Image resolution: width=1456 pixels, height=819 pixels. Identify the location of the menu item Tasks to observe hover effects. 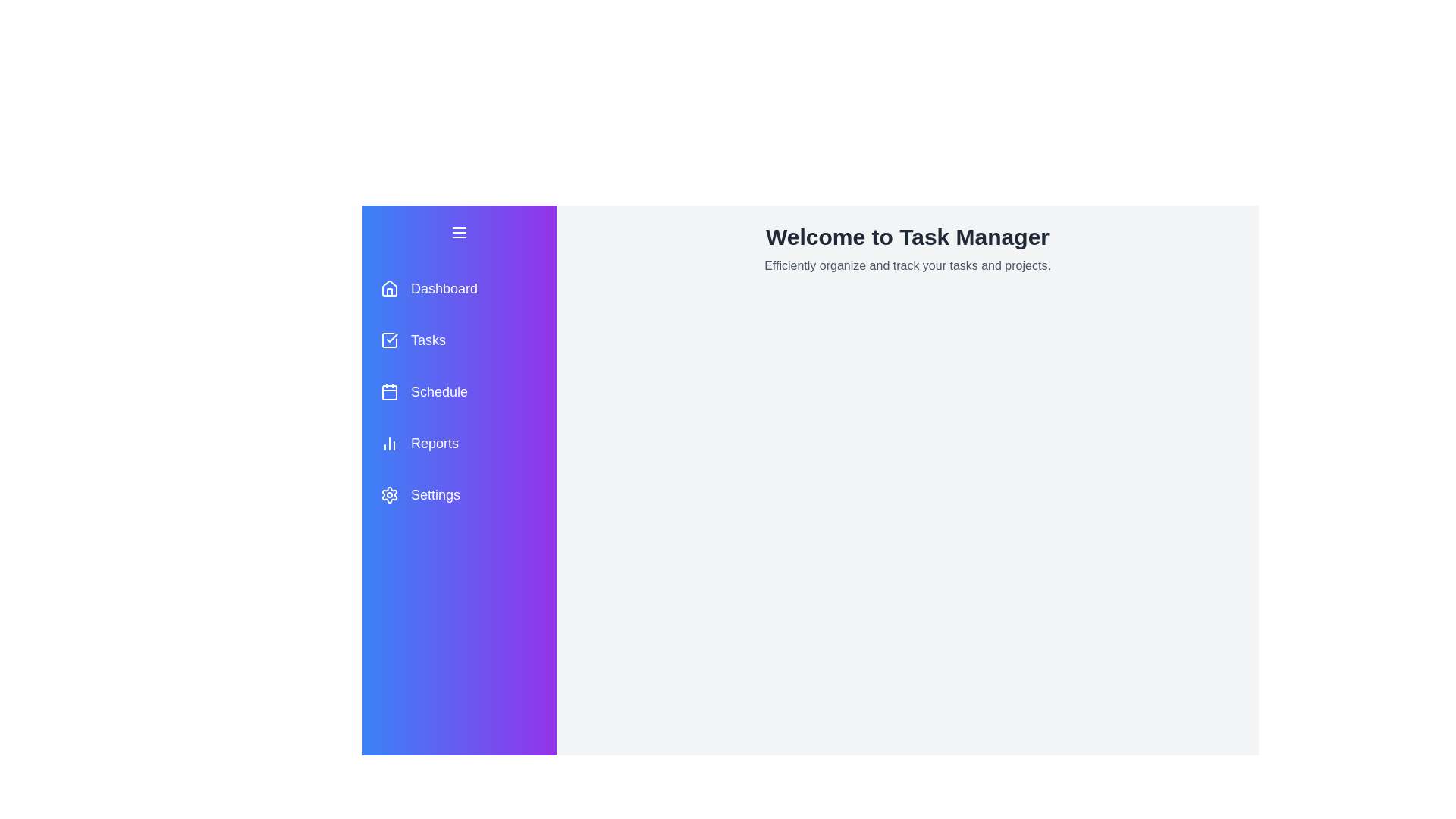
(458, 339).